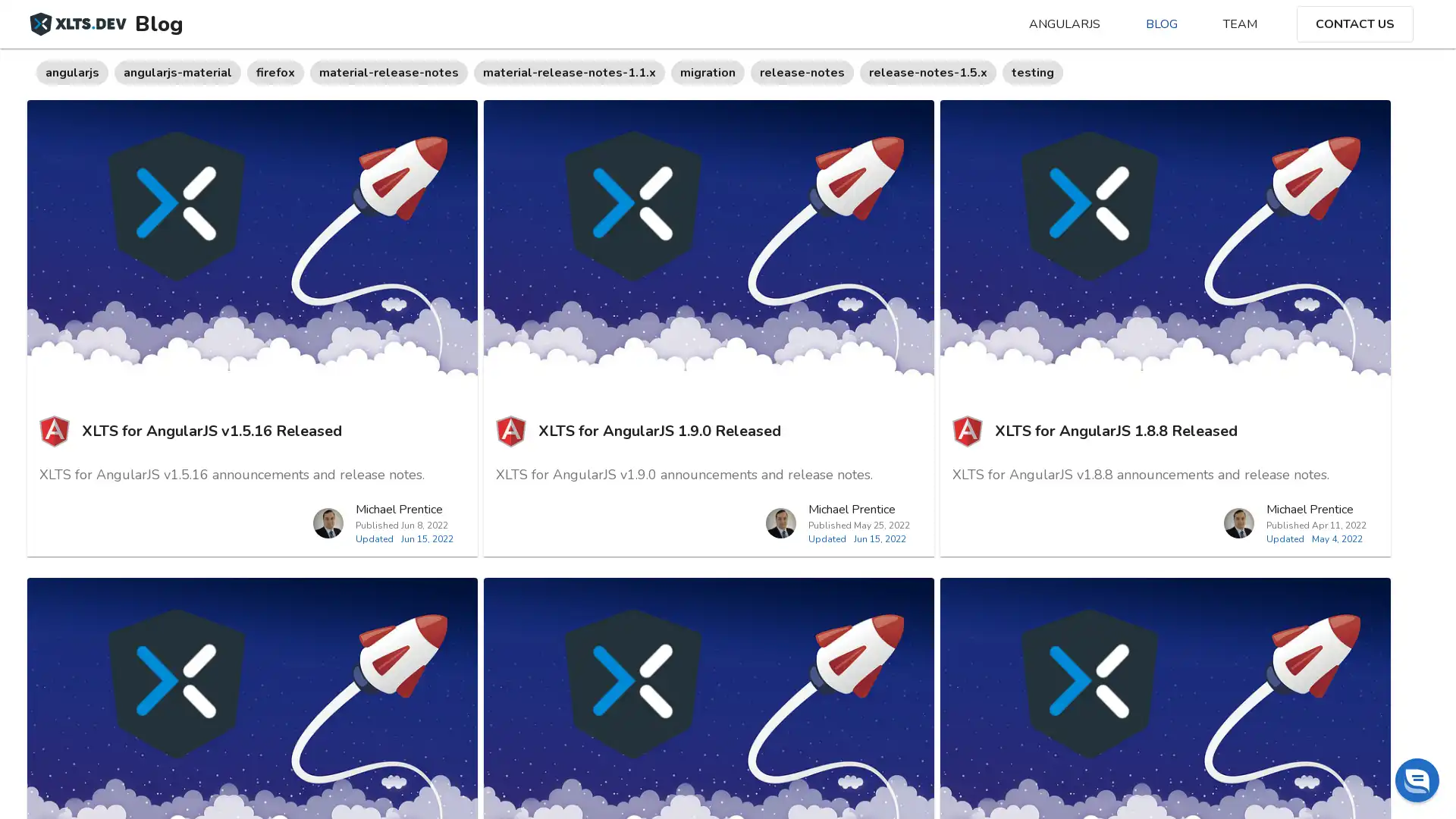 The image size is (1456, 819). Describe the element at coordinates (1416, 780) in the screenshot. I see `Chat widget toggle` at that location.